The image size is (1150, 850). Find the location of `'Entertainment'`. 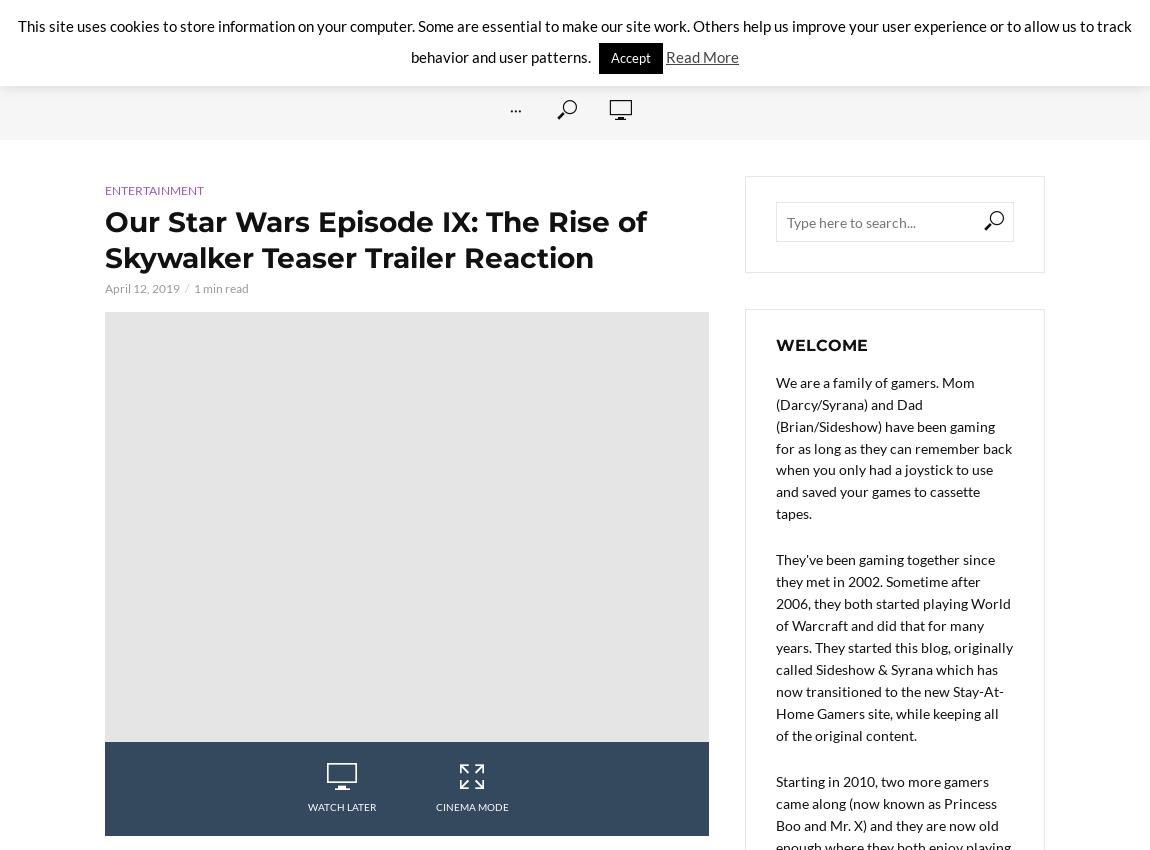

'Entertainment' is located at coordinates (103, 189).